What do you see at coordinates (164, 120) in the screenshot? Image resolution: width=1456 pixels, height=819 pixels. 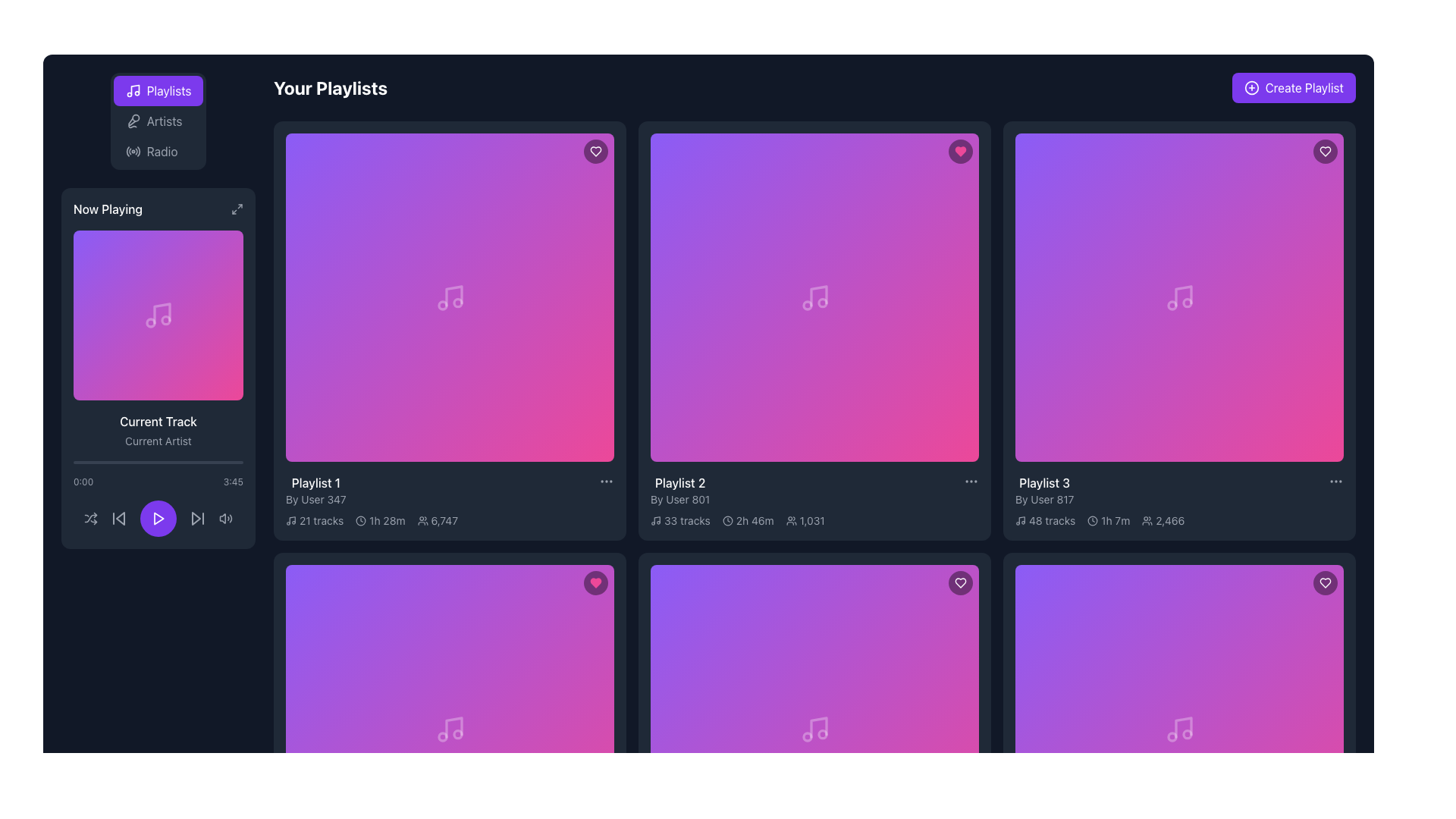 I see `the 'Artists' text label located in the left sidebar of the application, positioned as the second item in the navigation menu, underneath 'Playlists' and above 'Radio'` at bounding box center [164, 120].